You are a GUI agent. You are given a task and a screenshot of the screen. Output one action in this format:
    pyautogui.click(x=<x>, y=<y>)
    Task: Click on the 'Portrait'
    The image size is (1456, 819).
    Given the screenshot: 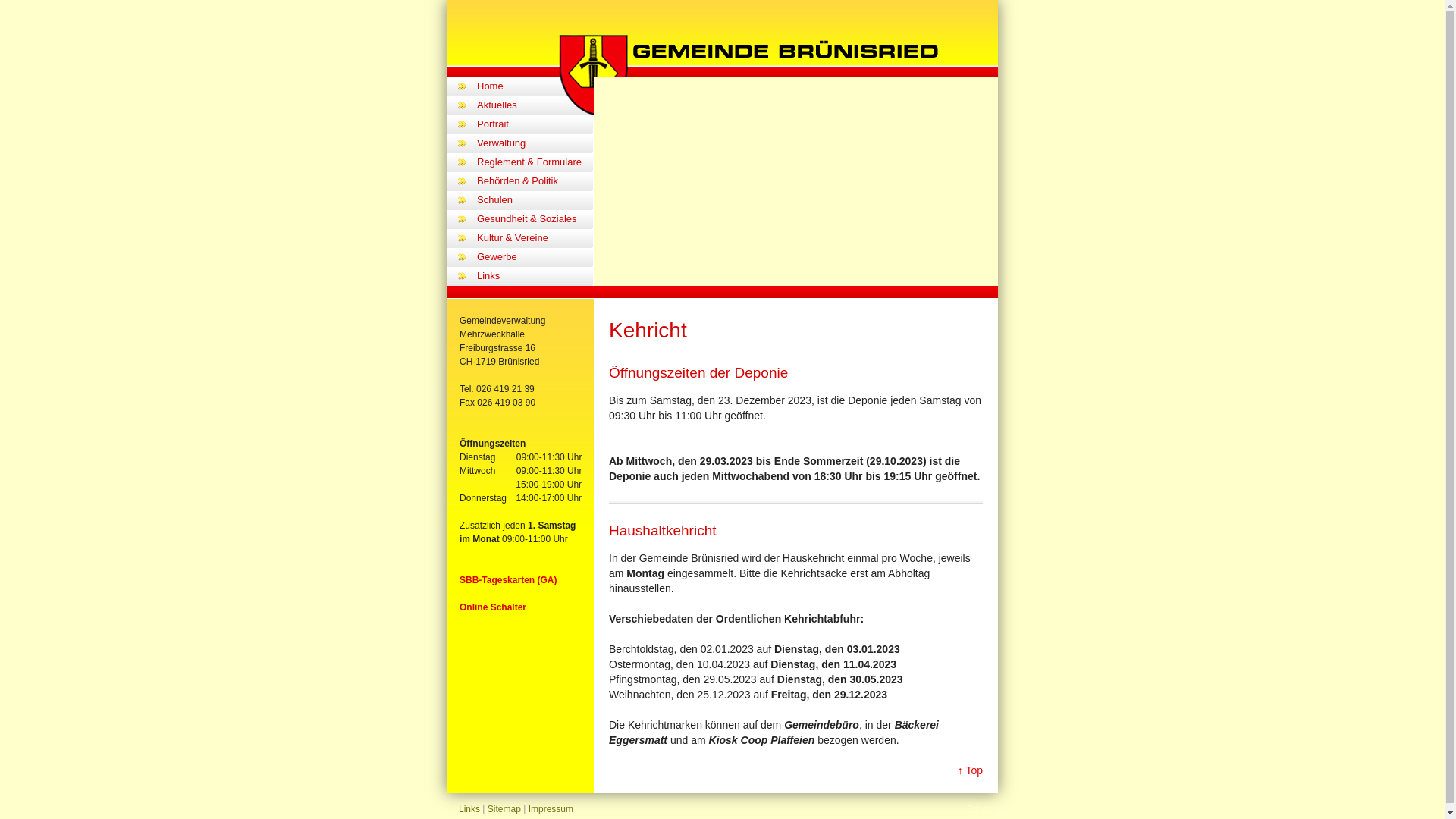 What is the action you would take?
    pyautogui.click(x=535, y=124)
    